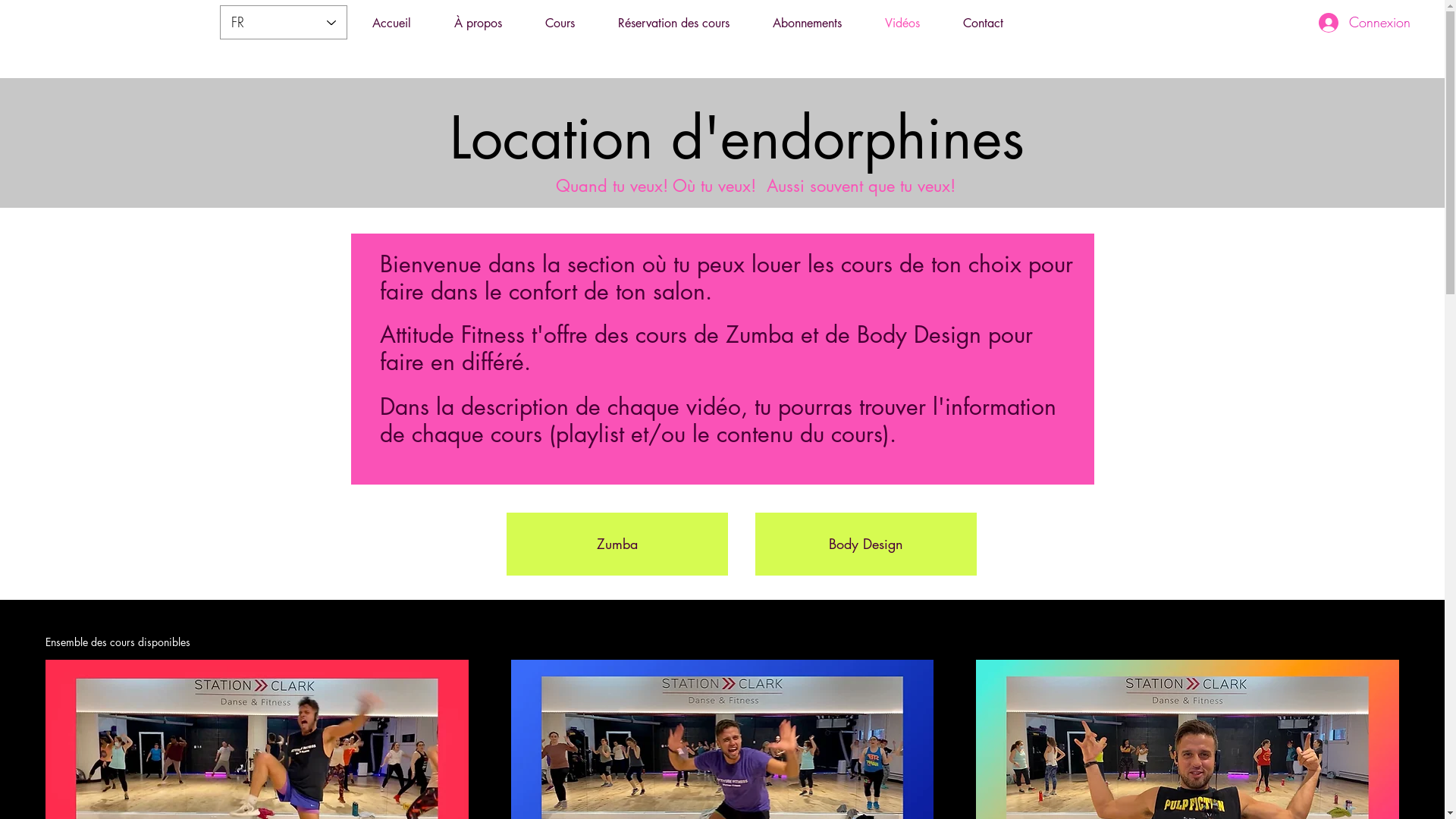  Describe the element at coordinates (806, 23) in the screenshot. I see `'Abonnements'` at that location.